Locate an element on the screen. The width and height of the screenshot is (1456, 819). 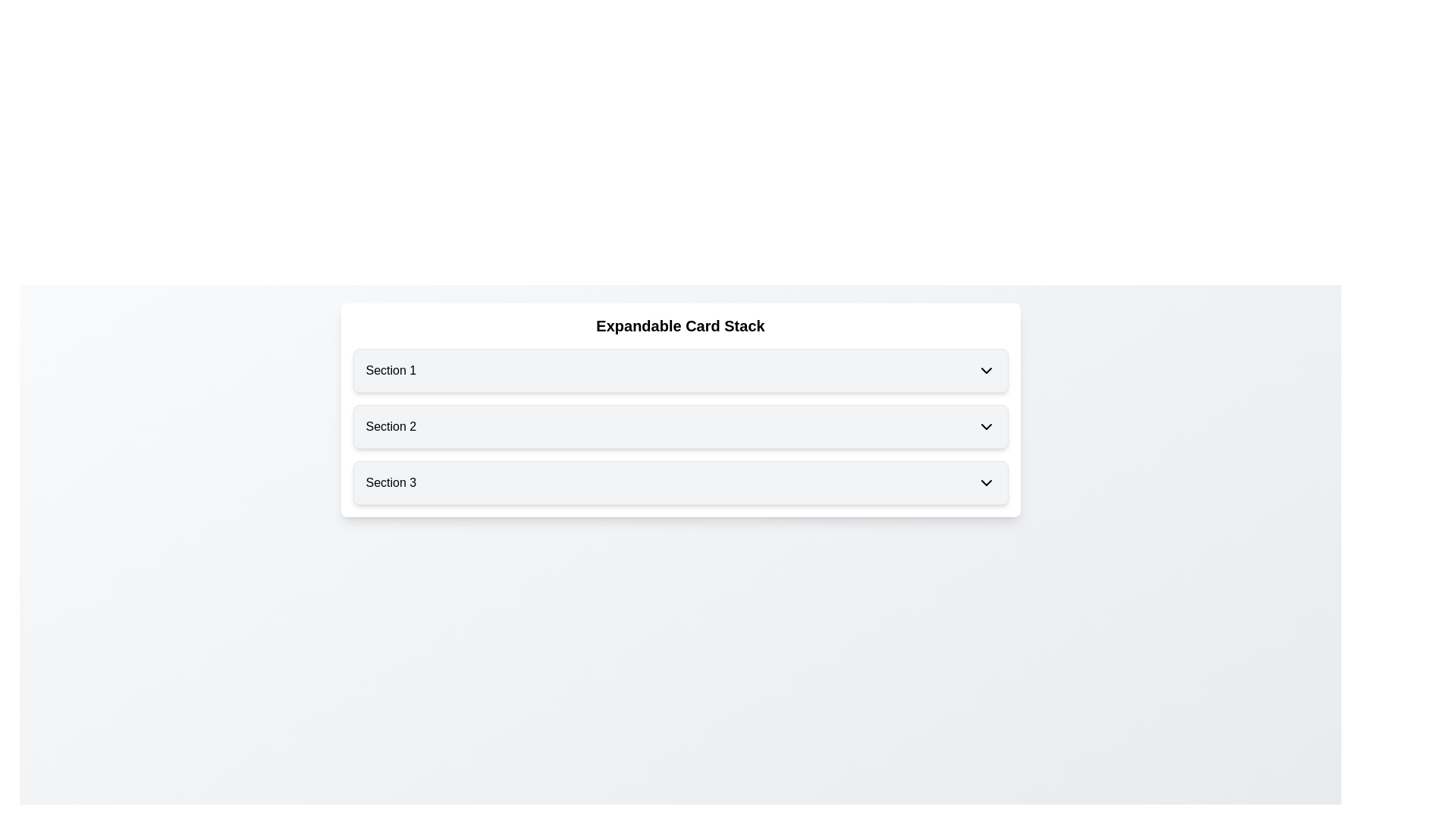
the 'Section 3' button with a light gray background and downward-pointing arrow is located at coordinates (679, 482).